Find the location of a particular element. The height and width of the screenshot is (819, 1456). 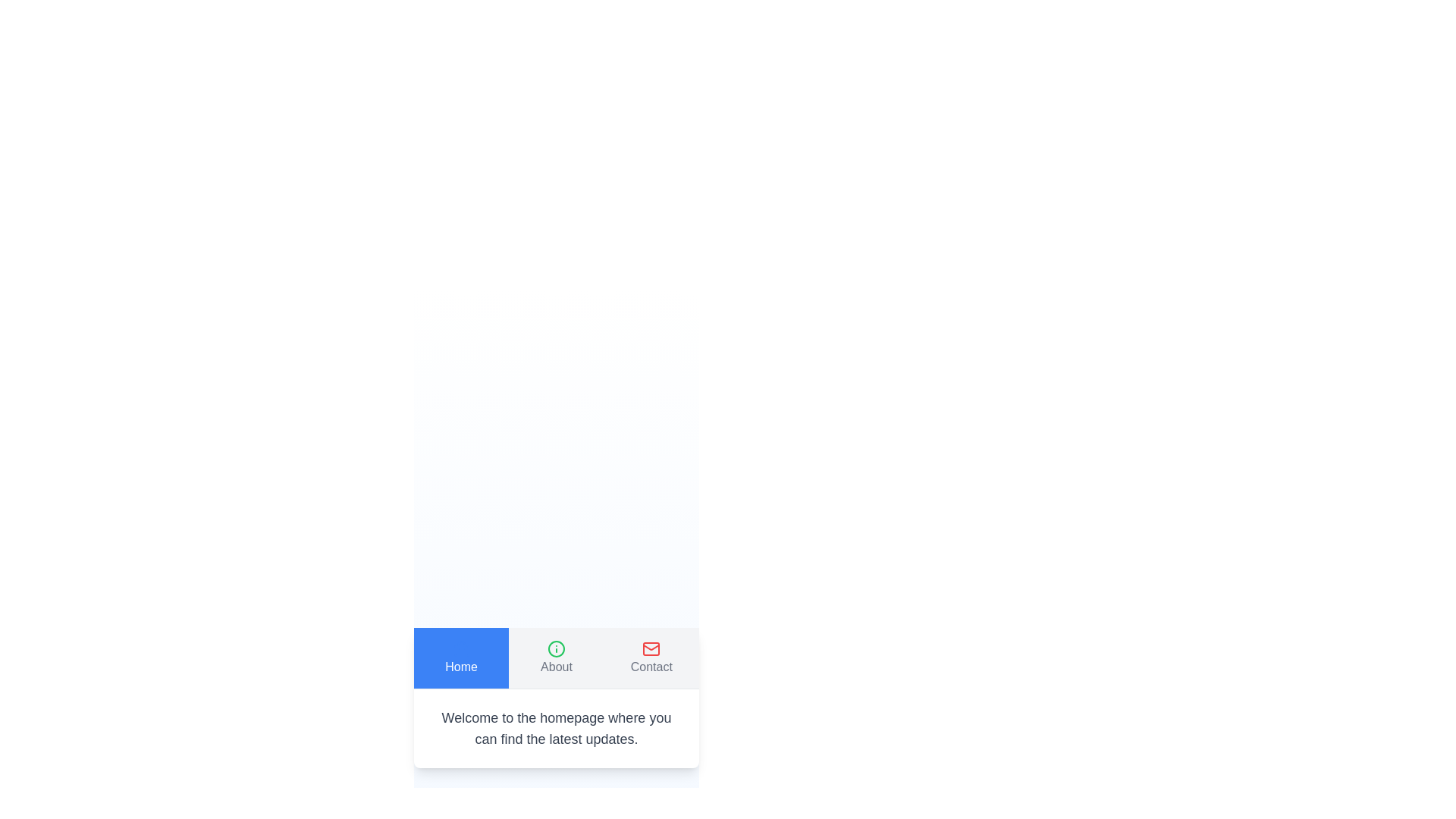

the About tab to observe visual feedback is located at coordinates (556, 657).